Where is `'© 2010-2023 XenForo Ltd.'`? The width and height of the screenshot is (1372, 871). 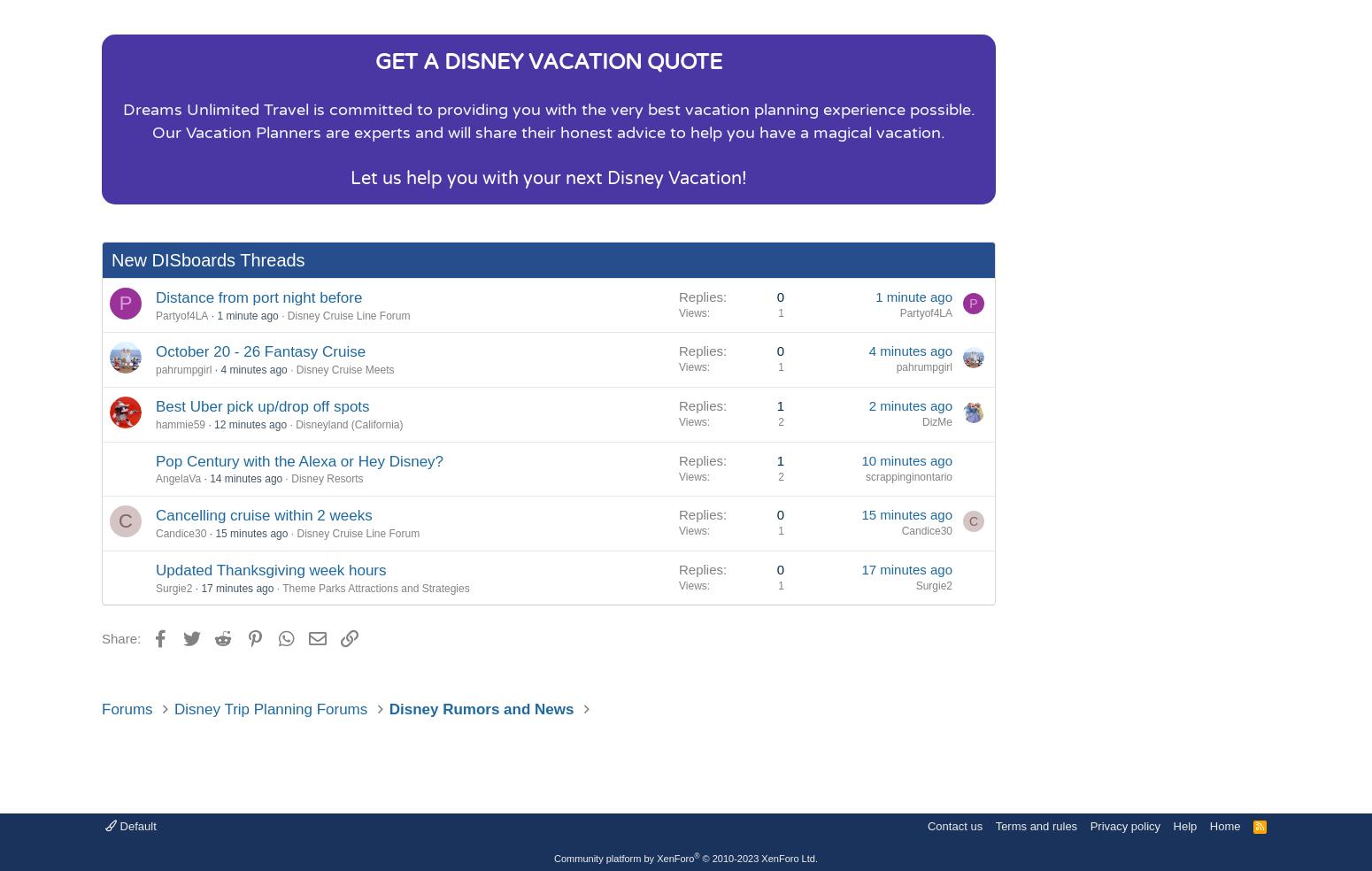
'© 2010-2023 XenForo Ltd.' is located at coordinates (759, 859).